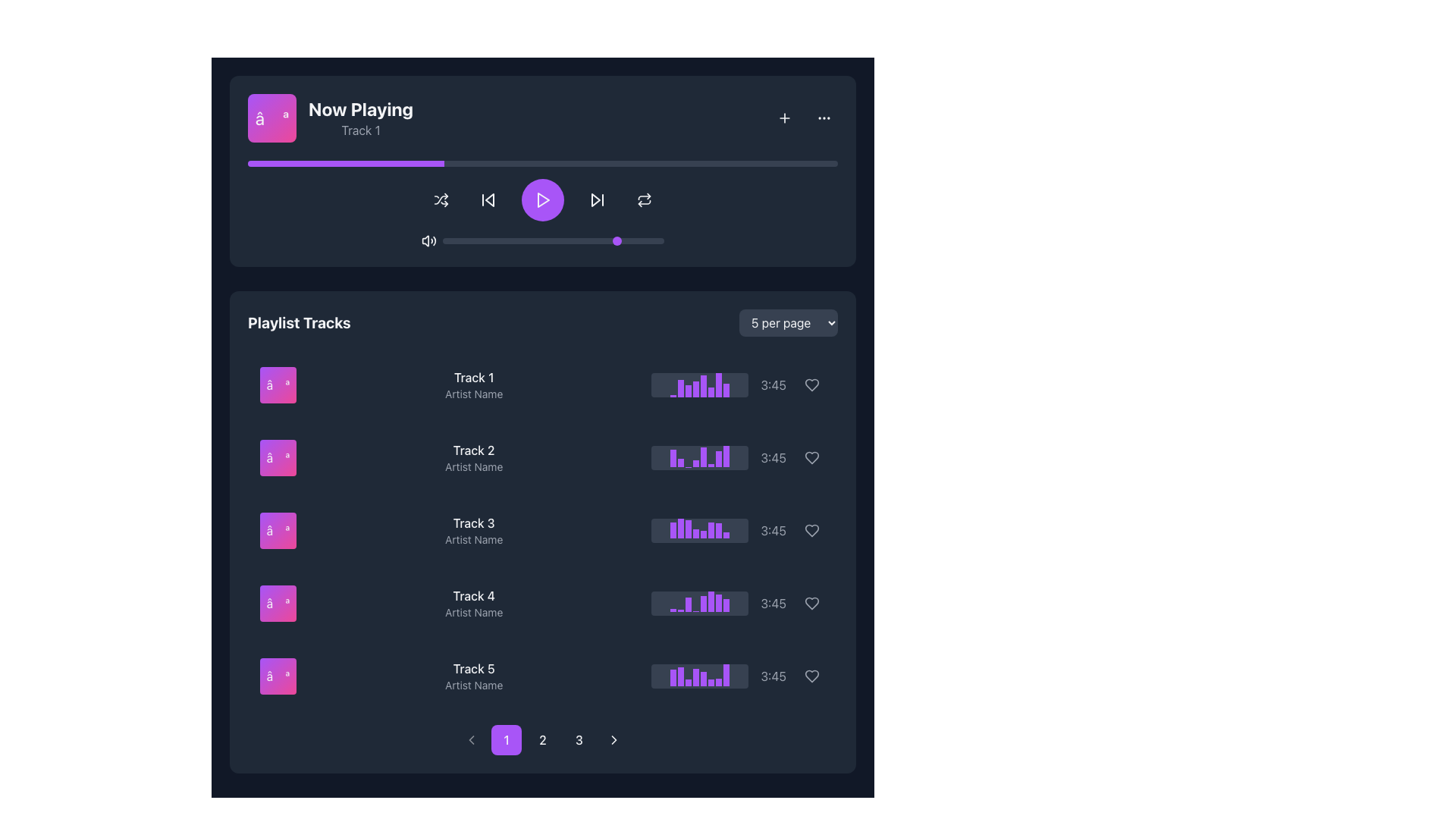 This screenshot has width=1456, height=819. Describe the element at coordinates (695, 533) in the screenshot. I see `the fourth graphical bar element in the audio visualization of the third track in the playlist` at that location.